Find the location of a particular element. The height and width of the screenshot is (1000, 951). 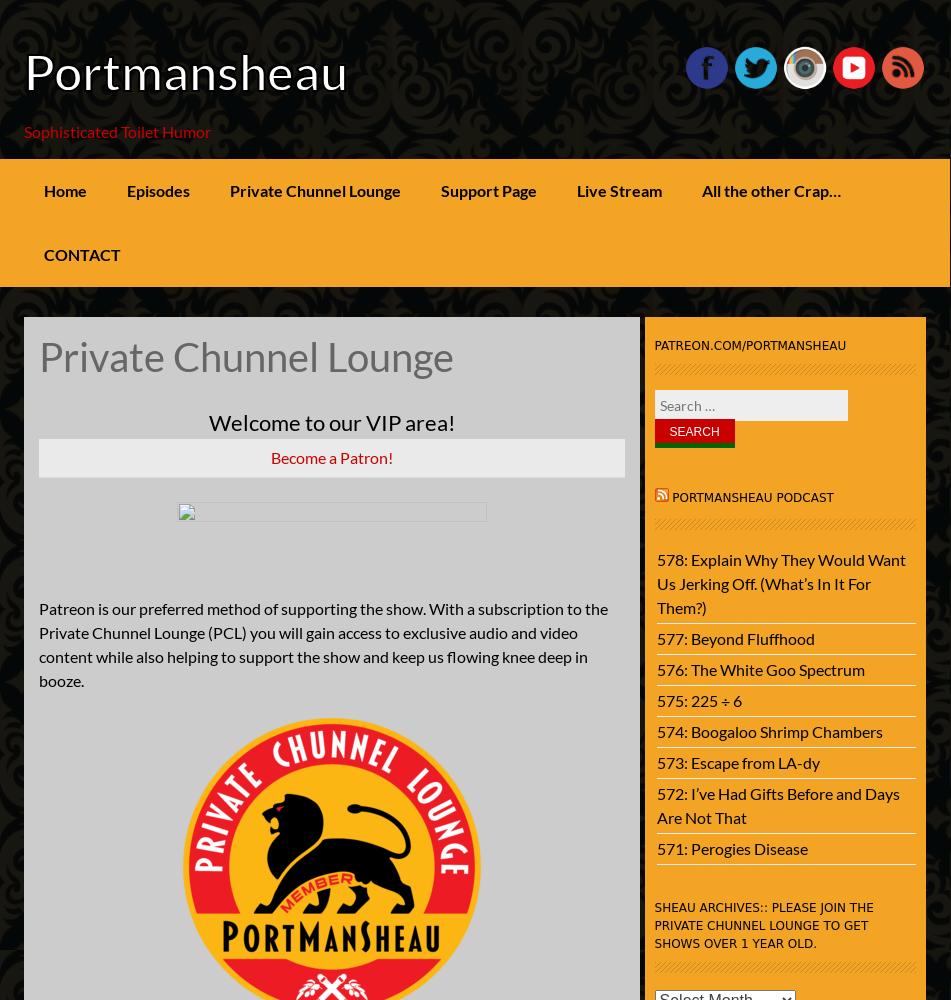

'patreon.com/portmansheau' is located at coordinates (748, 345).